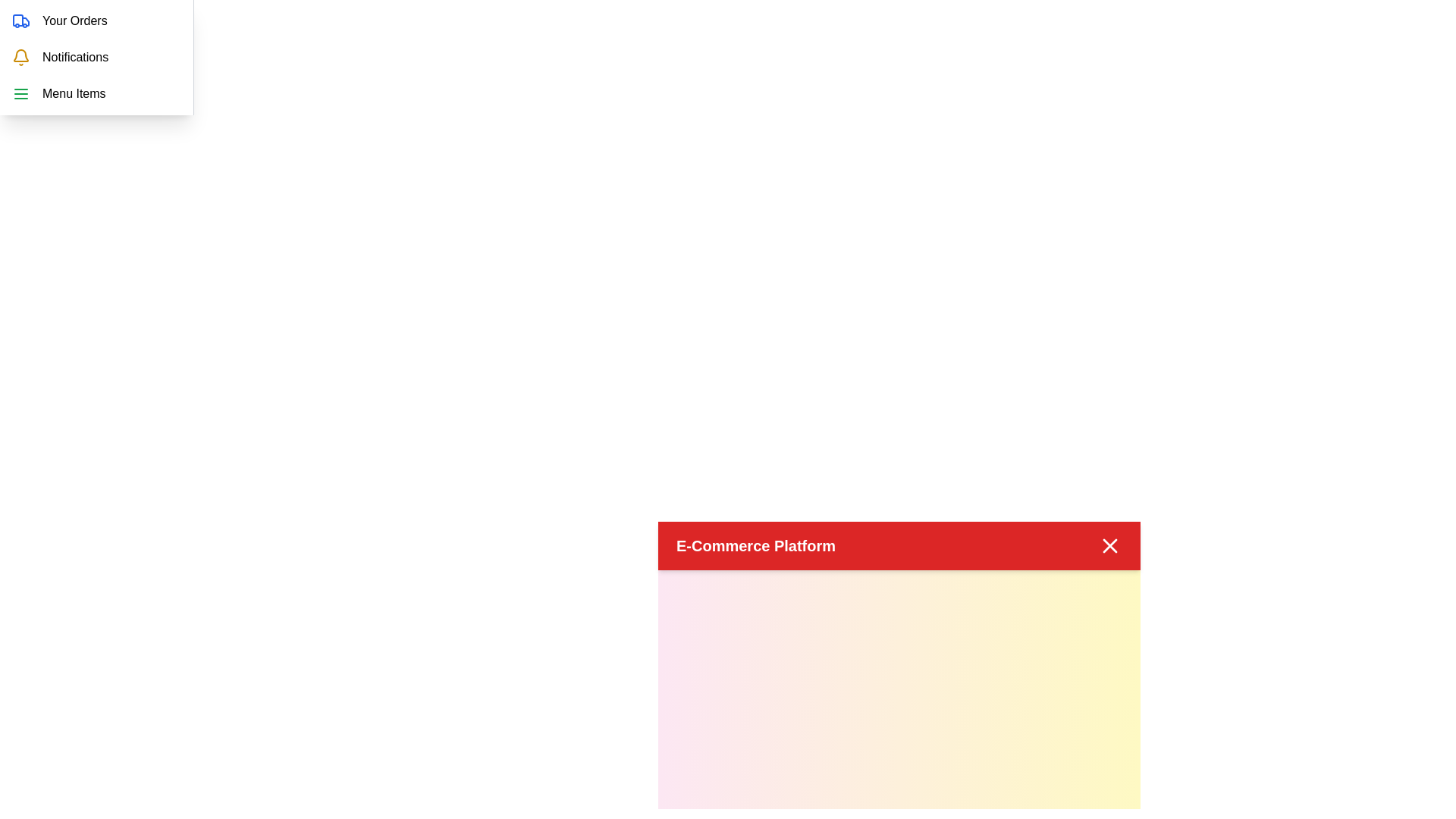 The height and width of the screenshot is (819, 1456). Describe the element at coordinates (21, 20) in the screenshot. I see `the 'Your Orders' icon` at that location.